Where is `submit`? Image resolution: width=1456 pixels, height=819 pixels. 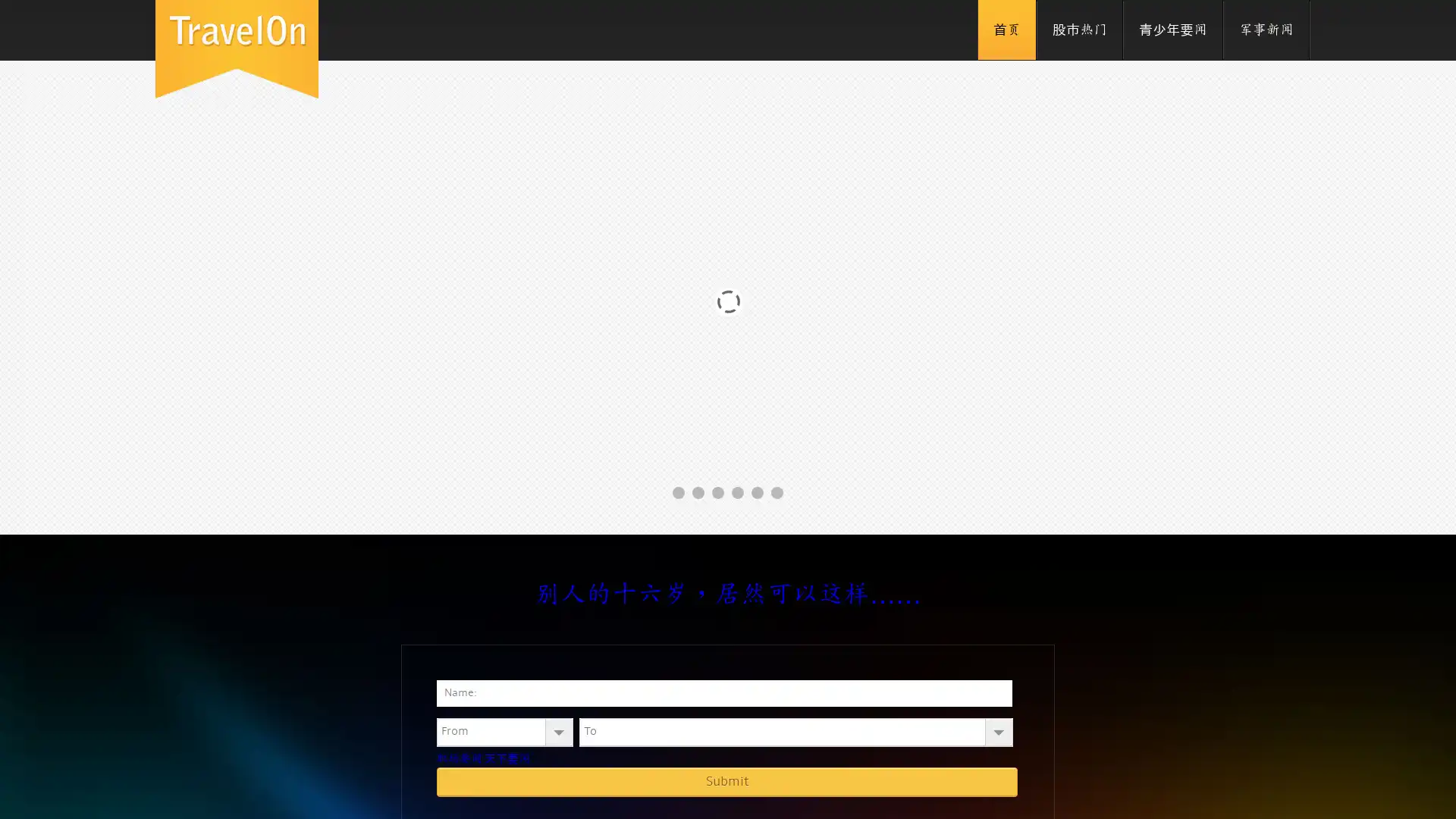
submit is located at coordinates (726, 781).